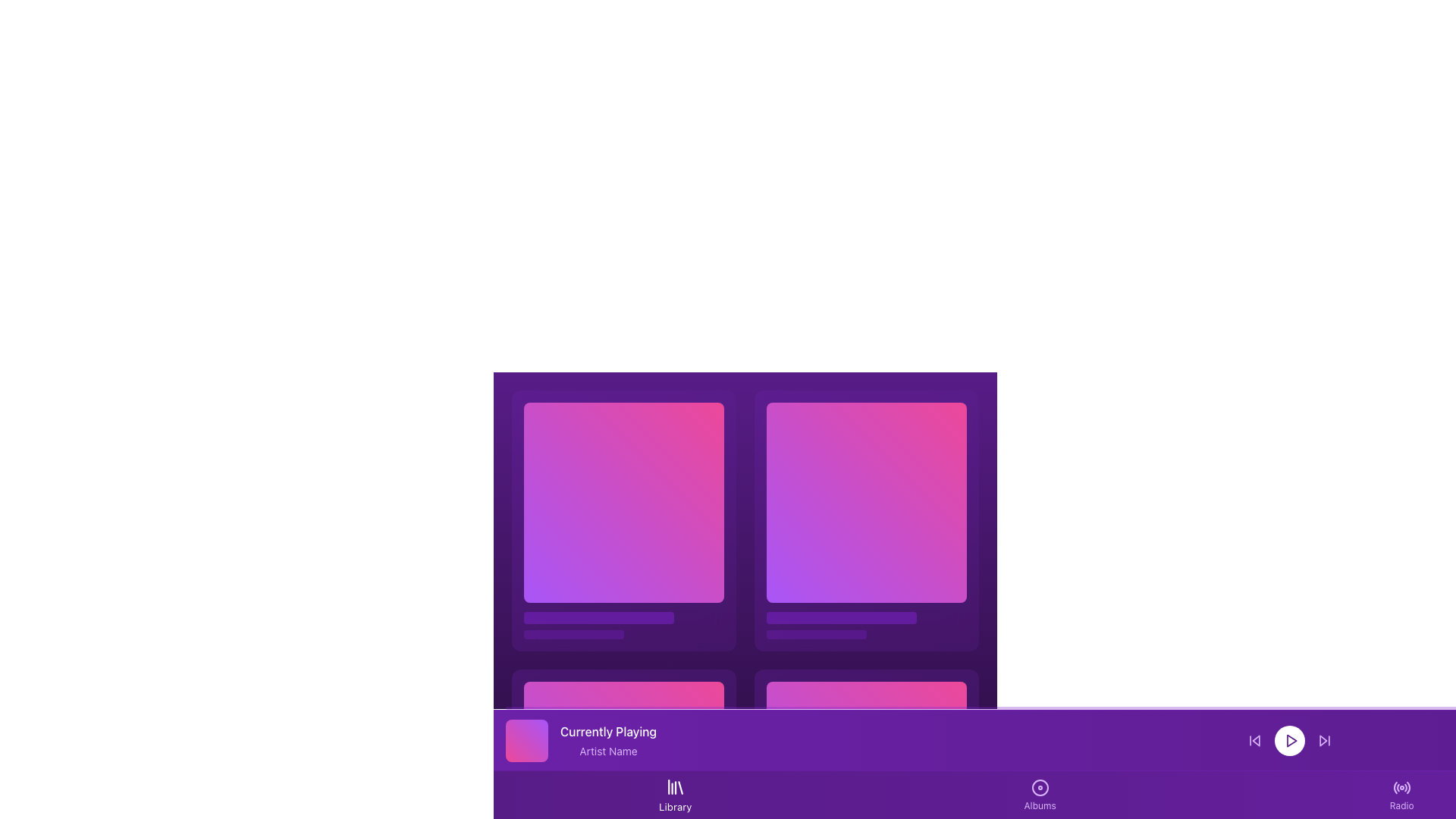  What do you see at coordinates (1323, 739) in the screenshot?
I see `the purple forward arrow button, which is the third icon in the rightmost position of the playback controls in the footer, to skip to the next track` at bounding box center [1323, 739].